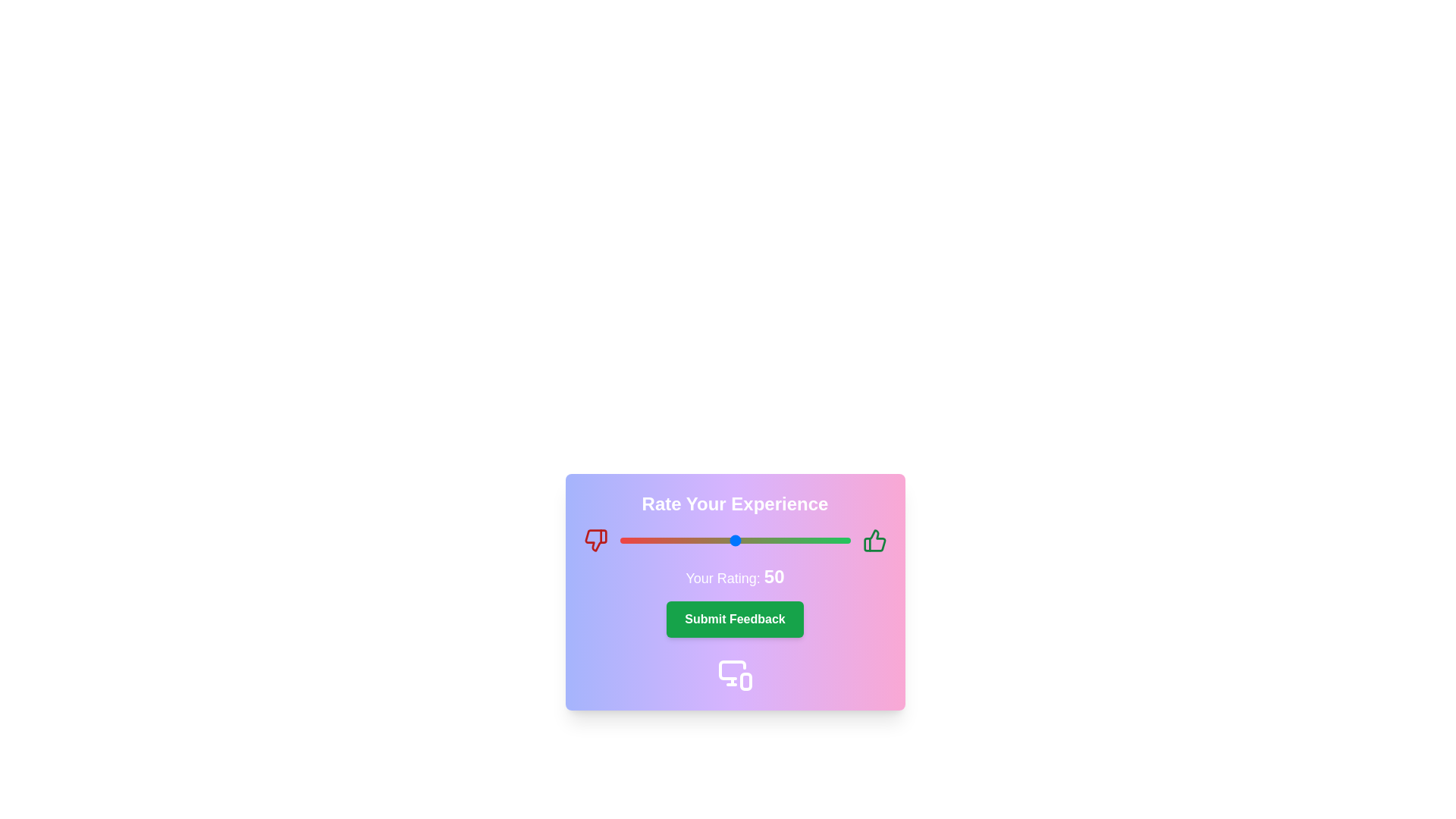 Image resolution: width=1456 pixels, height=819 pixels. I want to click on the displayed rating text by moving the cursor to its center, so click(735, 576).